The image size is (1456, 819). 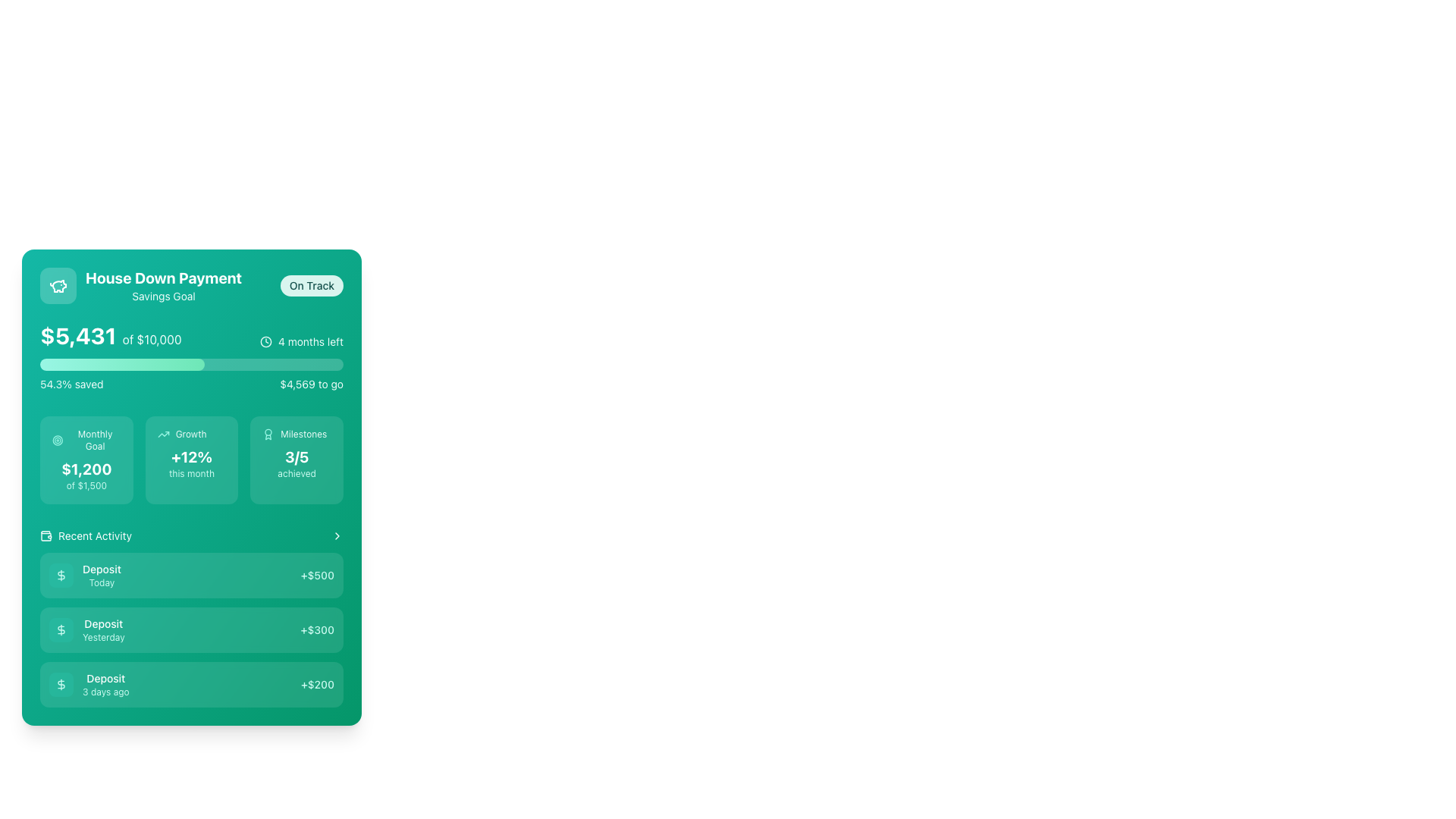 I want to click on the financial icon located in the 'Recent Activity' section next to 'Deposit Today', so click(x=61, y=684).